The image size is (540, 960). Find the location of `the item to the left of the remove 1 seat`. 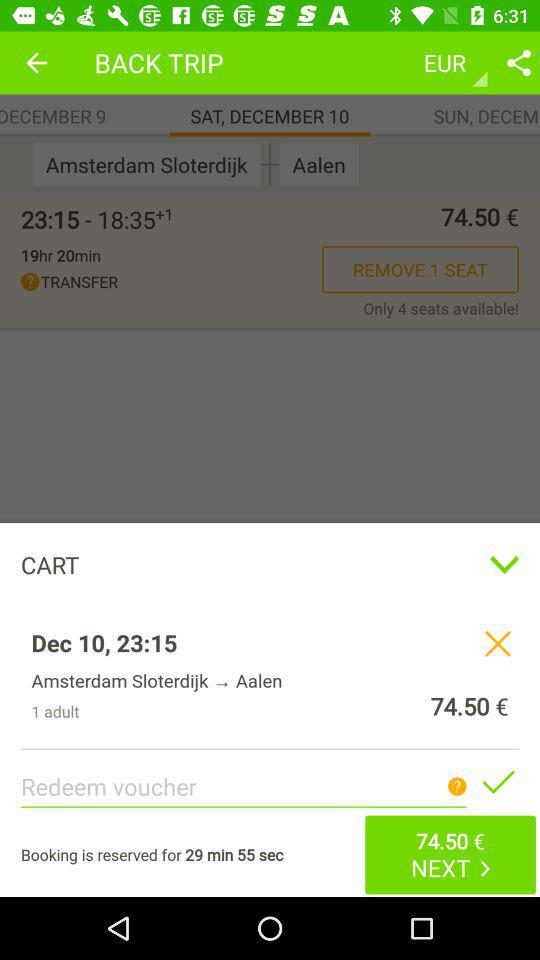

the item to the left of the remove 1 seat is located at coordinates (60, 254).